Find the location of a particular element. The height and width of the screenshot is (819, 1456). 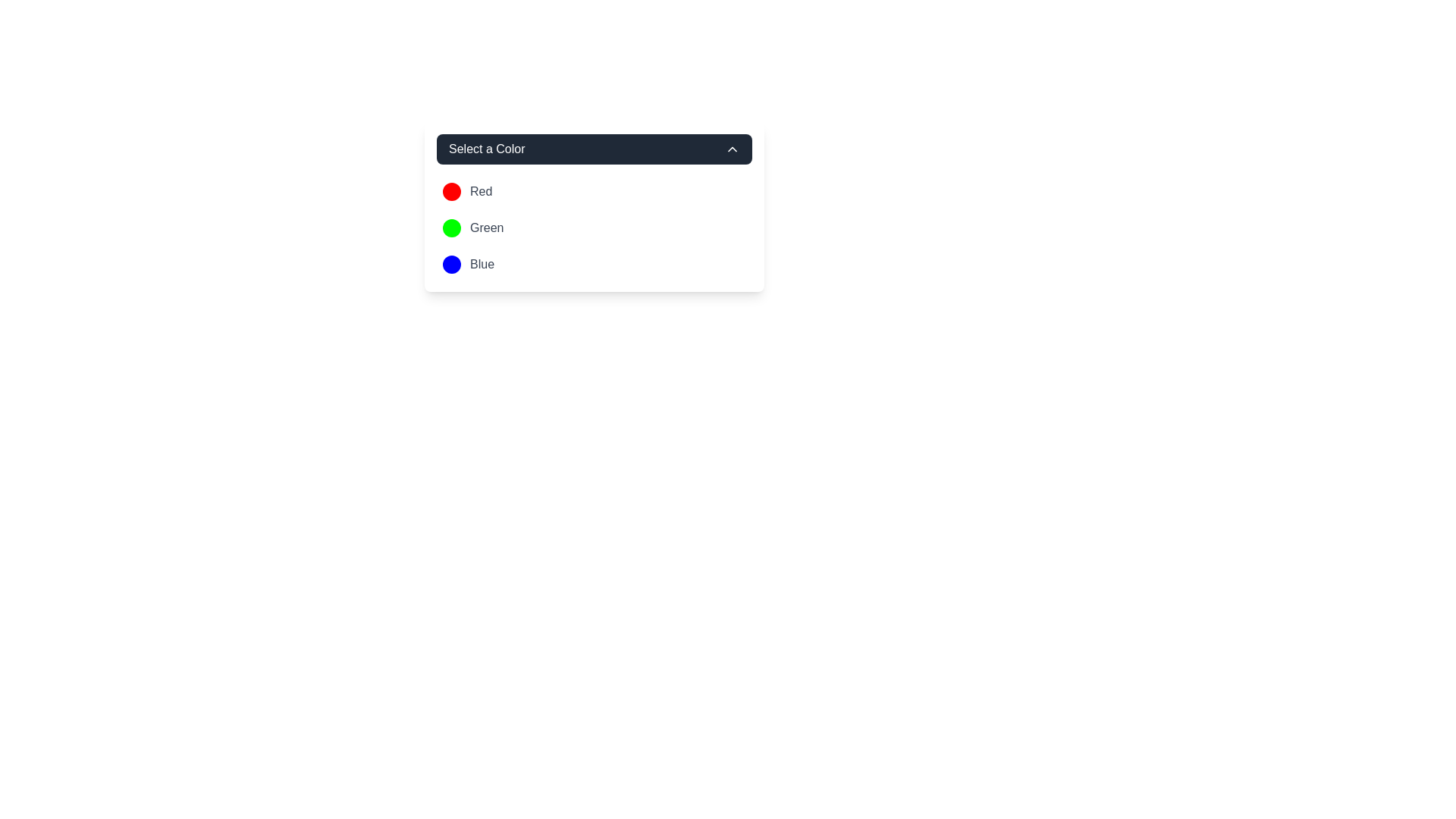

the 'Green' text label in the color selection dropdown menu, which is displayed in a medium-sized gray font, located to the right of a green circular icon is located at coordinates (487, 227).